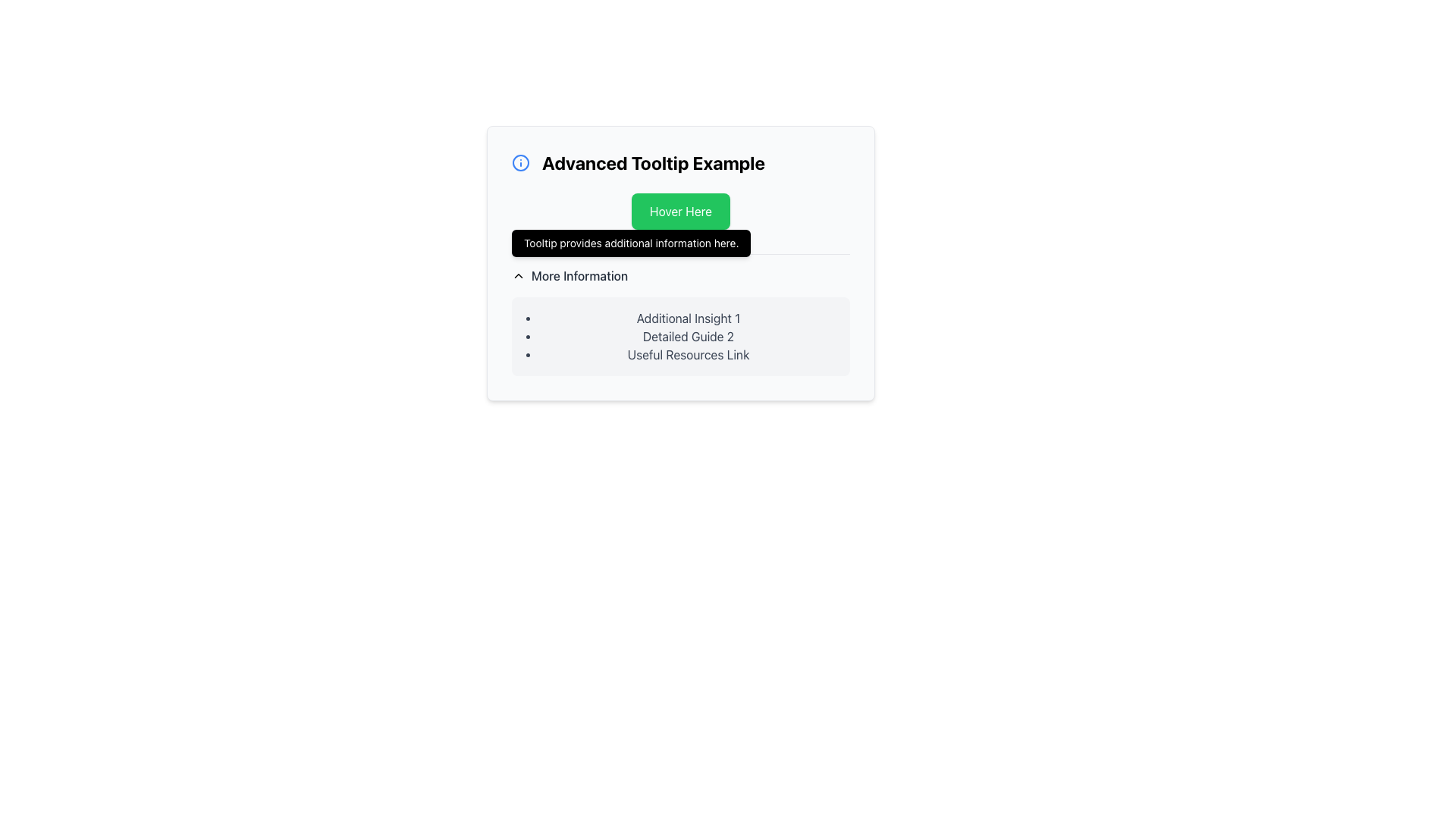 This screenshot has width=1456, height=819. Describe the element at coordinates (687, 335) in the screenshot. I see `the second static text list item in the 'More Information' section, which is positioned below 'Additional Insight 1' and above 'Useful Resources Link'` at that location.